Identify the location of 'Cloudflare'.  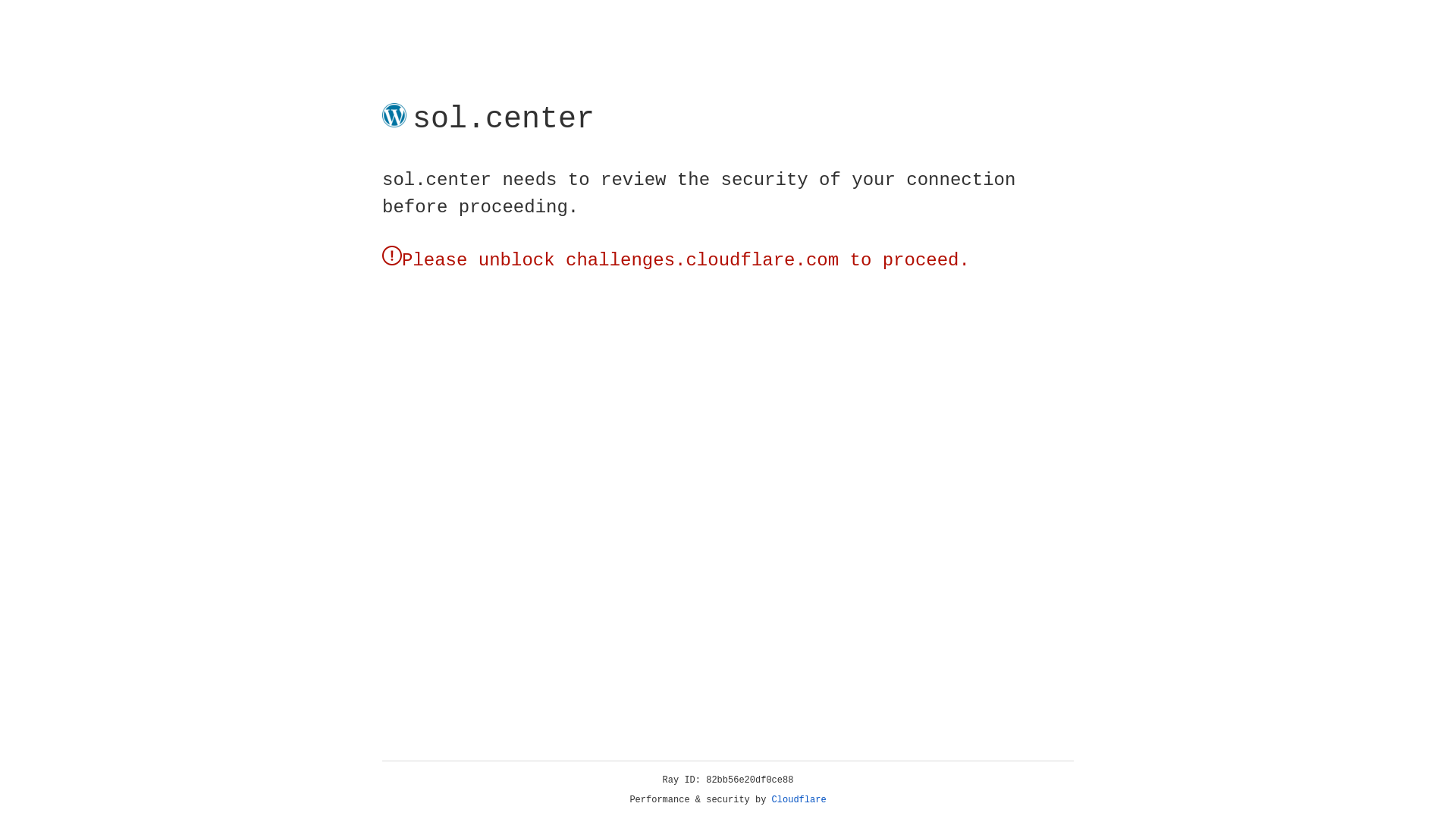
(799, 799).